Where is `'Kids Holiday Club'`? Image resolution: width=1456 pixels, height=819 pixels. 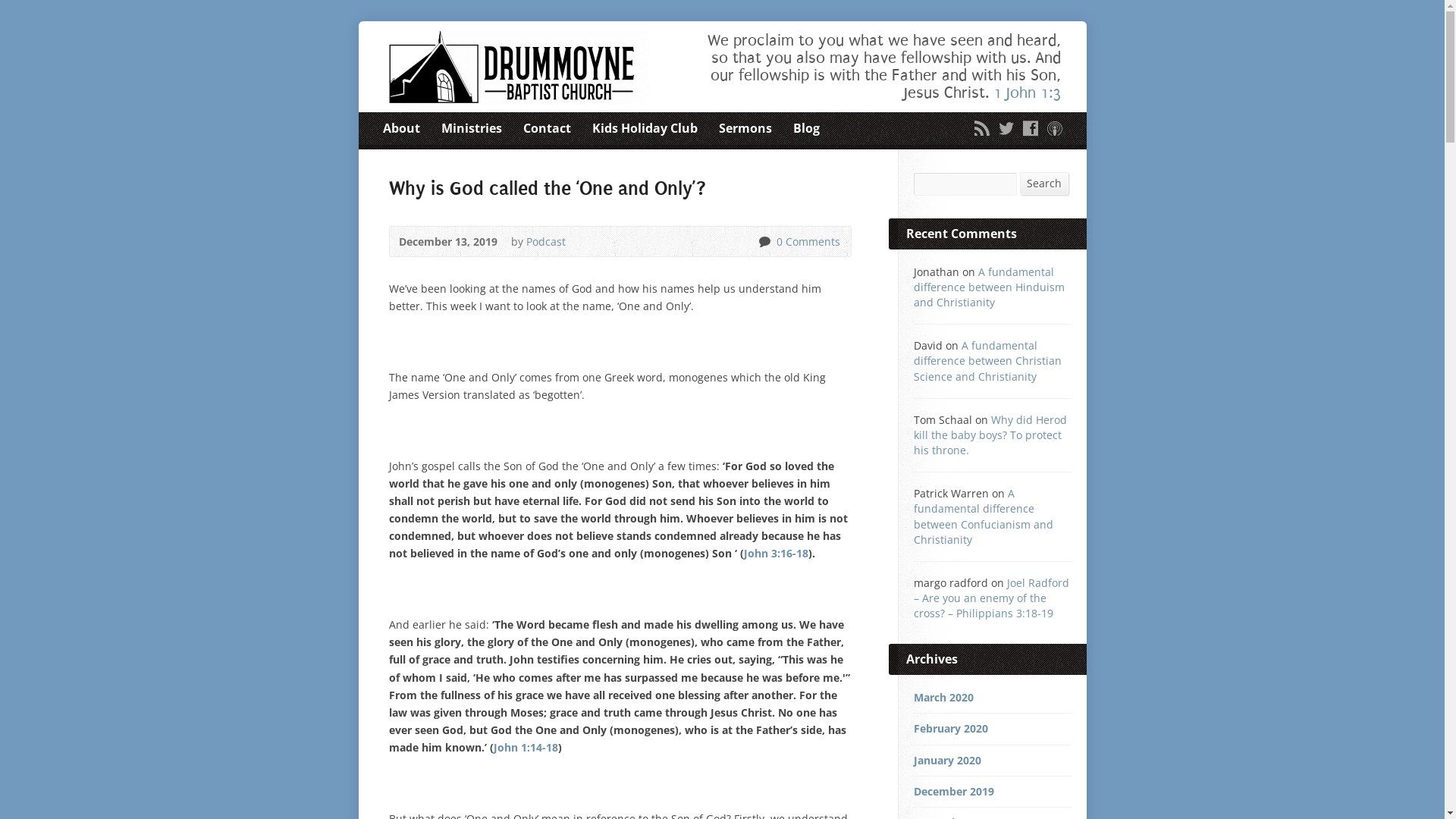
'Kids Holiday Club' is located at coordinates (644, 127).